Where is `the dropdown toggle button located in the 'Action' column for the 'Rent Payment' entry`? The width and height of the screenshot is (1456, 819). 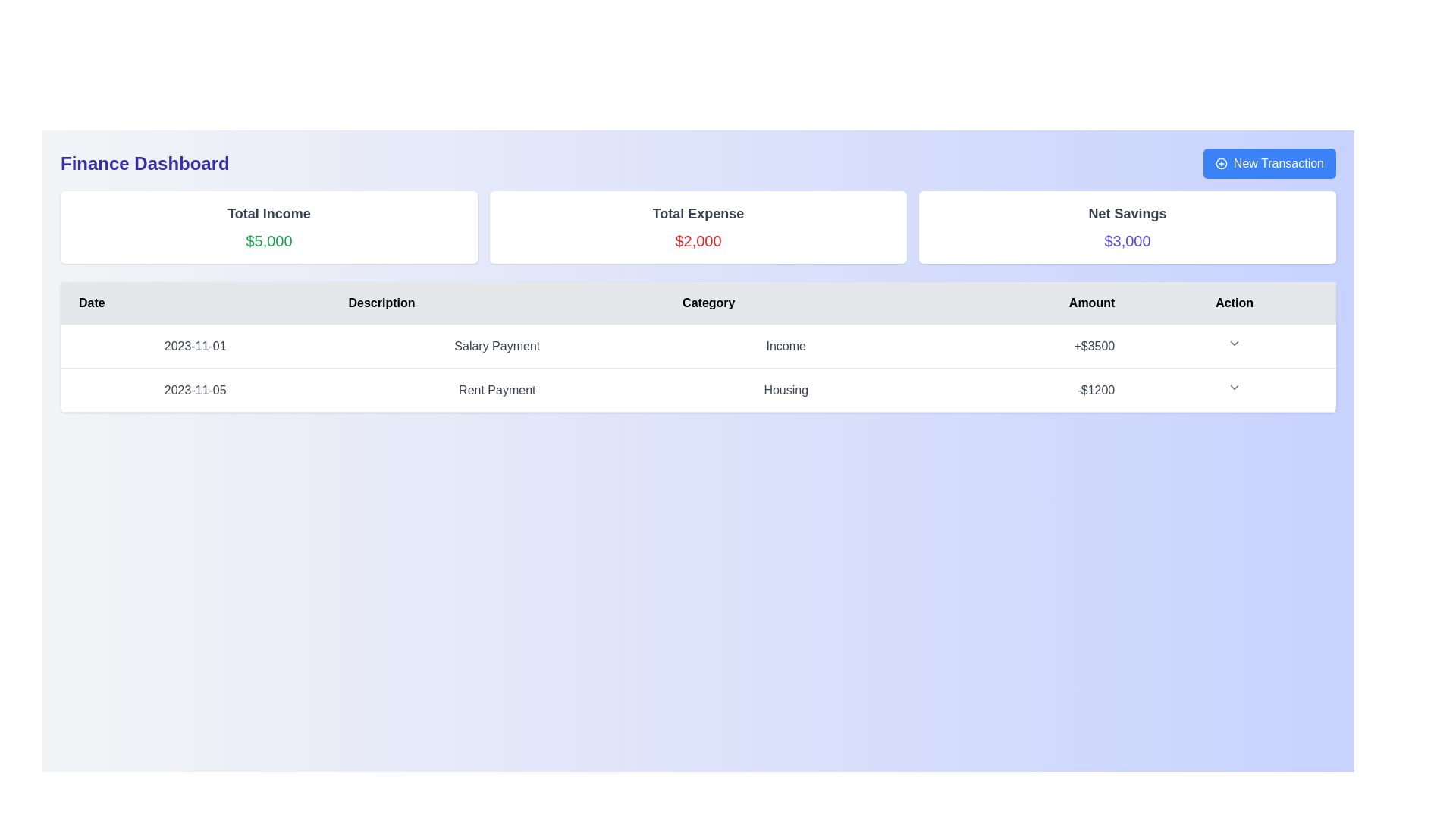
the dropdown toggle button located in the 'Action' column for the 'Rent Payment' entry is located at coordinates (1235, 389).